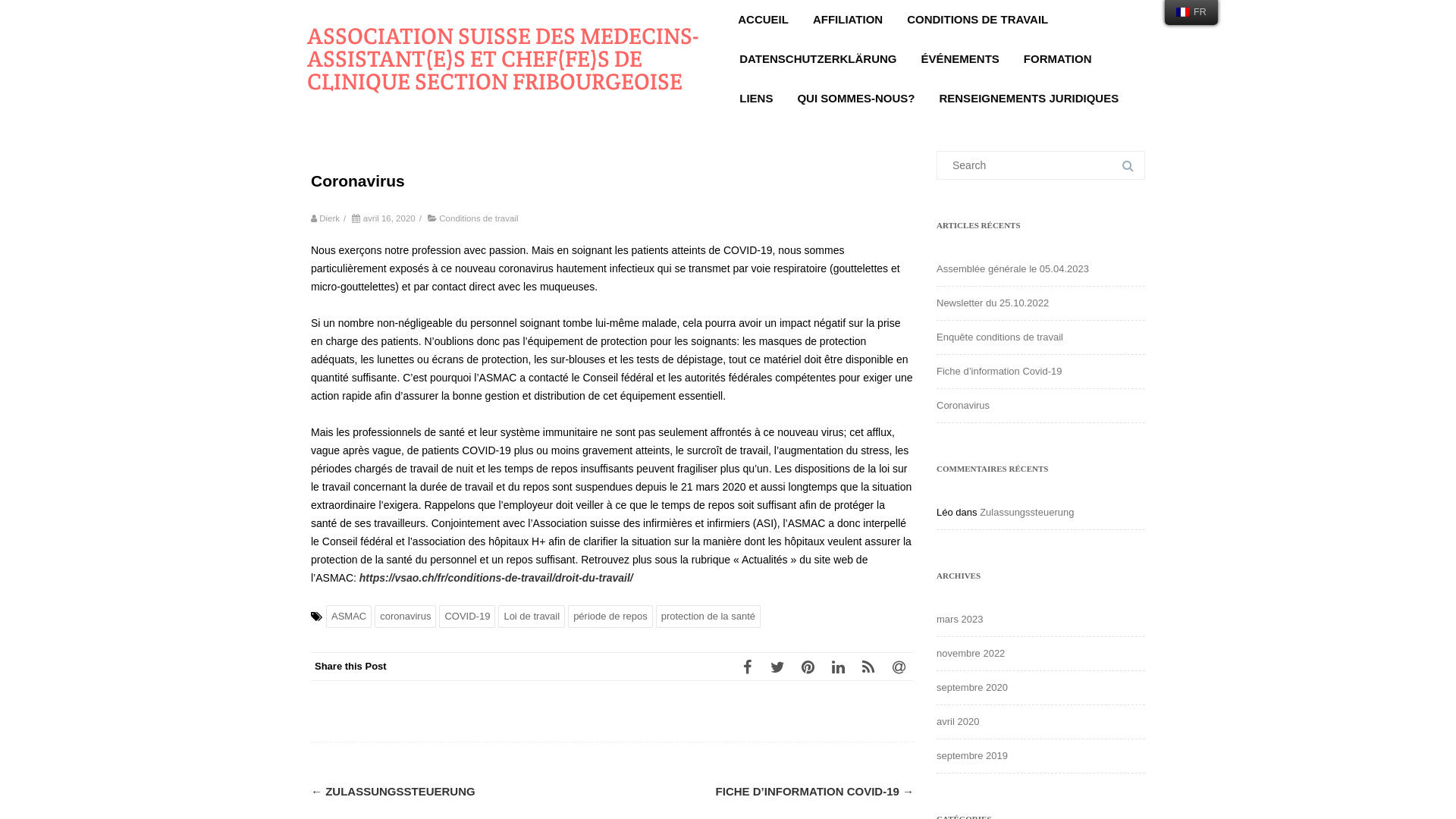  Describe the element at coordinates (899, 666) in the screenshot. I see `'Email'` at that location.